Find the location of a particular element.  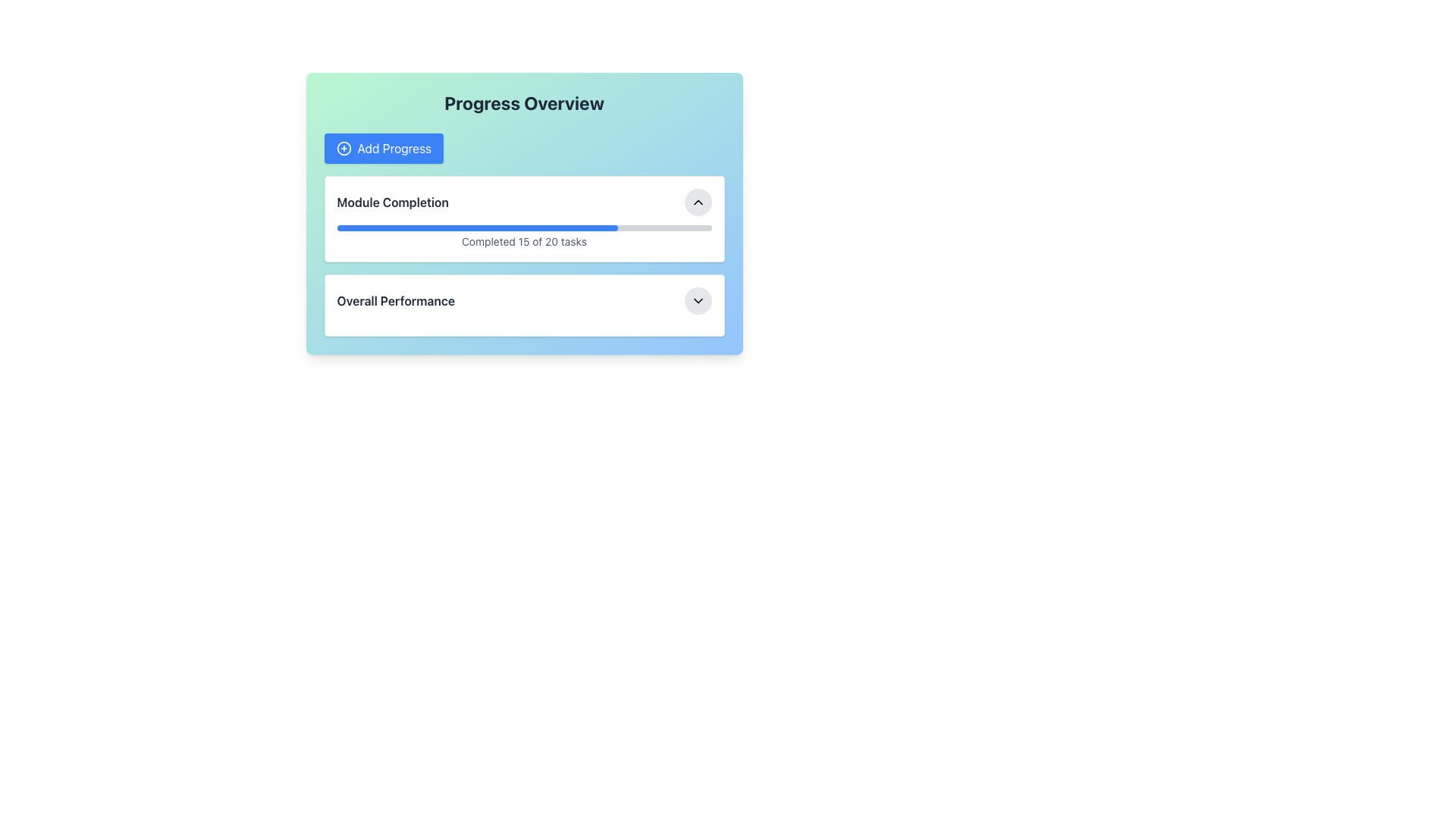

the downward-pointing chevron icon located inside a rounded rectangular button at the right end of the 'Overall Performance' section bar is located at coordinates (697, 301).